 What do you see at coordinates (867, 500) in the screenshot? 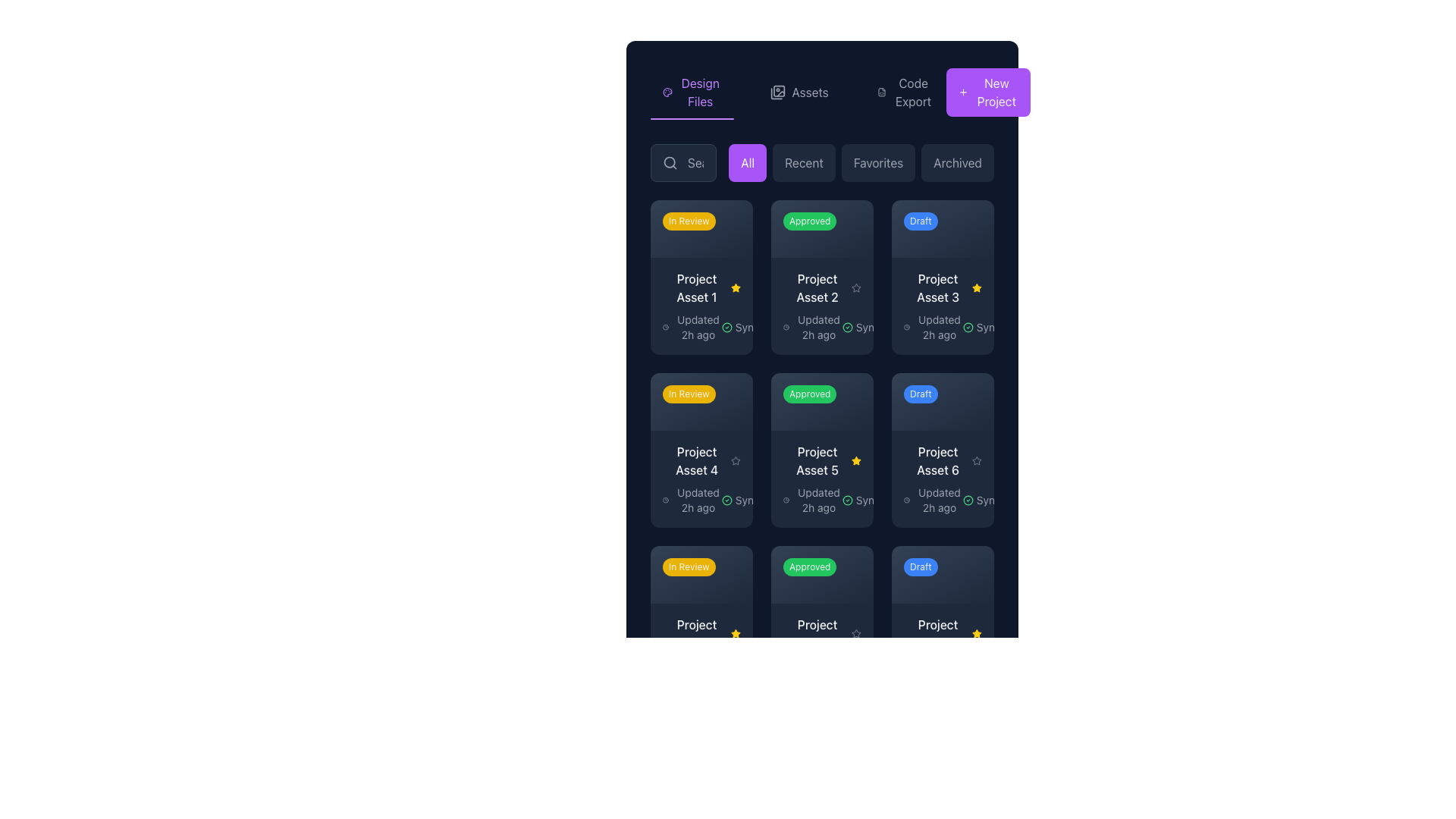
I see `the 'Synced' text label with a green circular checkmark icon, indicating the synchronization status of 'Project Asset 5'` at bounding box center [867, 500].